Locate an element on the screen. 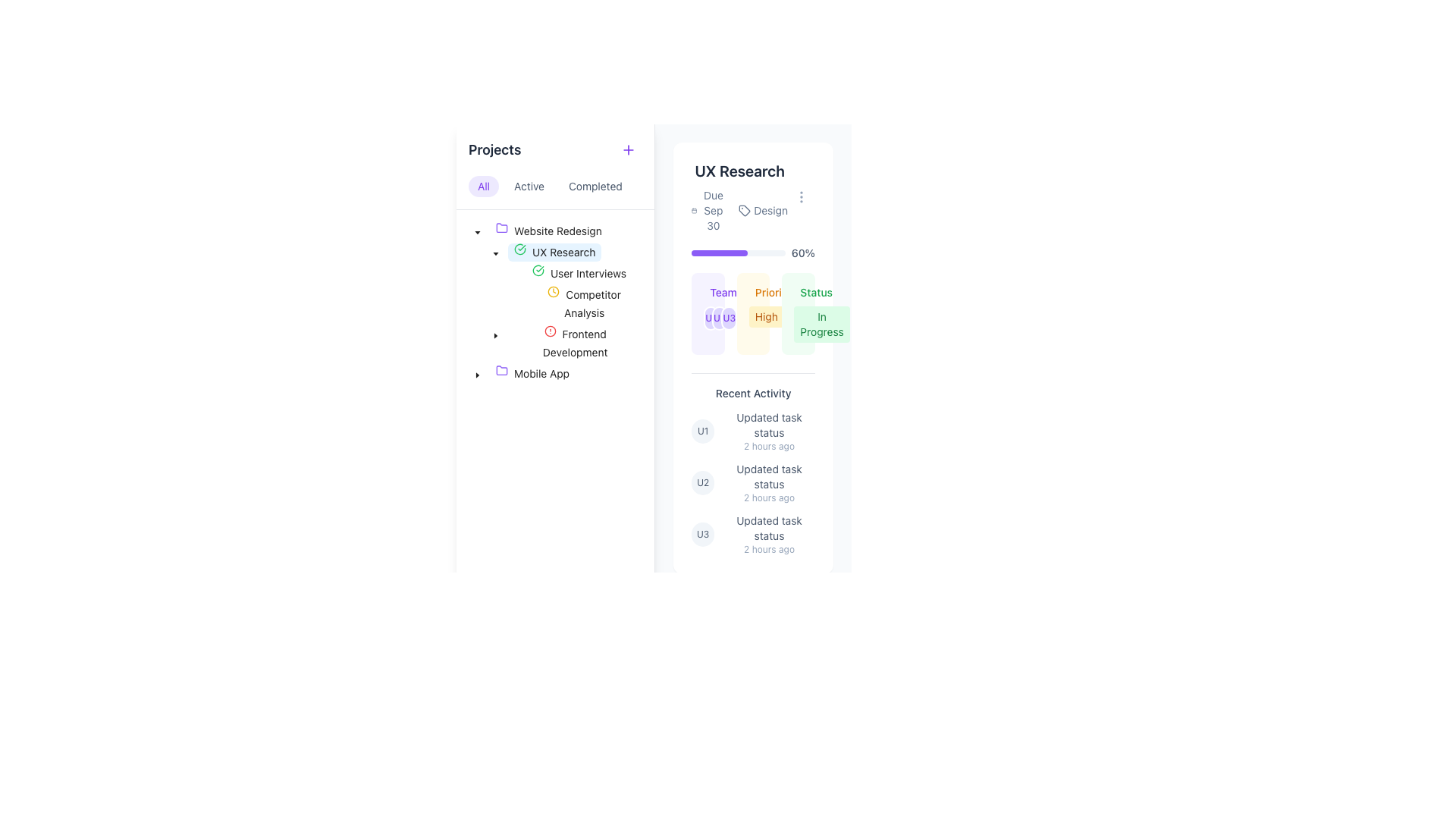  the small calendar icon, which is an outlined square with line art, located in the 'Due Sep 30' section of the 'UX Research' card, positioned left of the text 'Sep 30' is located at coordinates (694, 210).